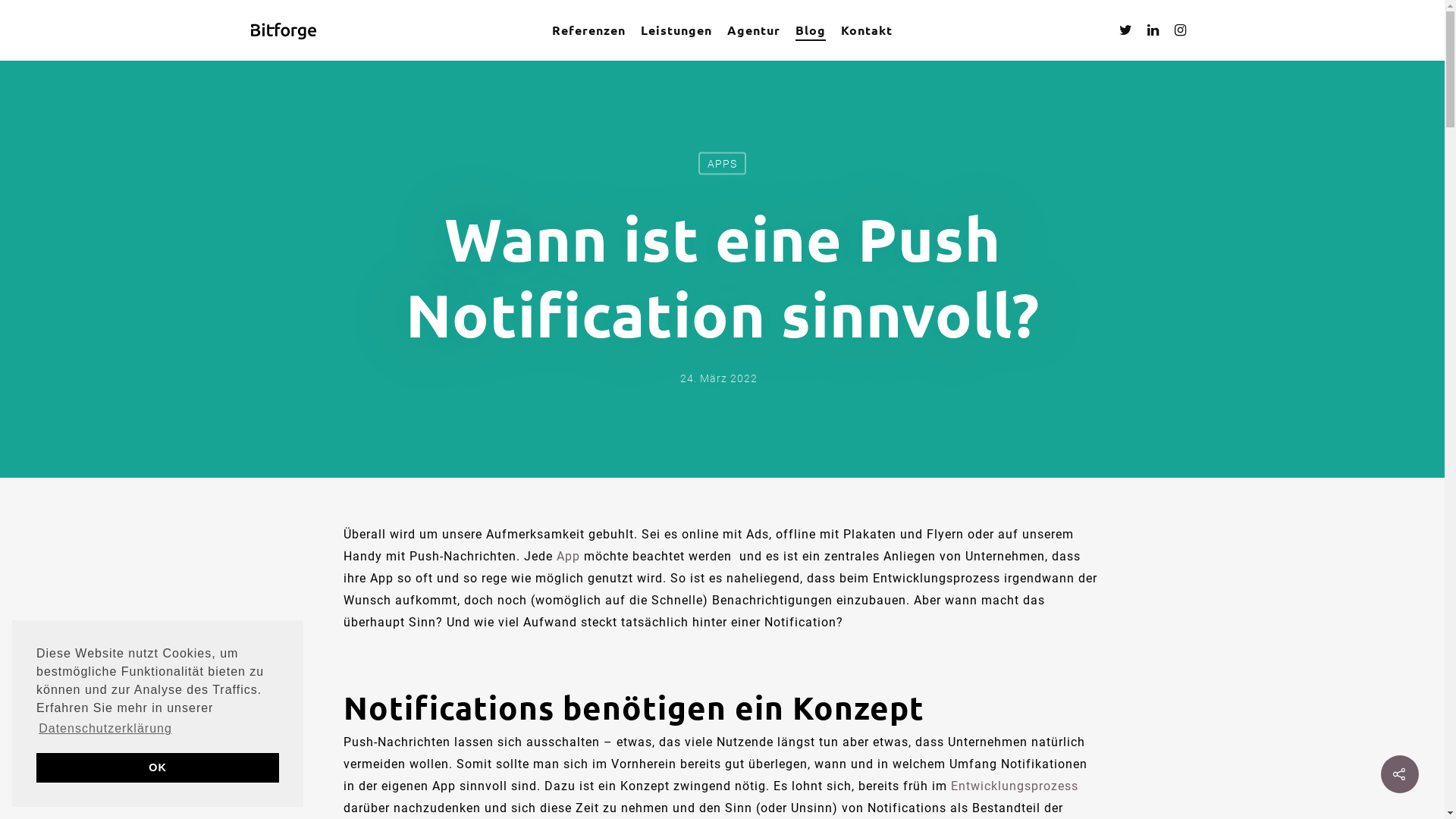 The height and width of the screenshot is (819, 1456). I want to click on 'App', so click(567, 556).